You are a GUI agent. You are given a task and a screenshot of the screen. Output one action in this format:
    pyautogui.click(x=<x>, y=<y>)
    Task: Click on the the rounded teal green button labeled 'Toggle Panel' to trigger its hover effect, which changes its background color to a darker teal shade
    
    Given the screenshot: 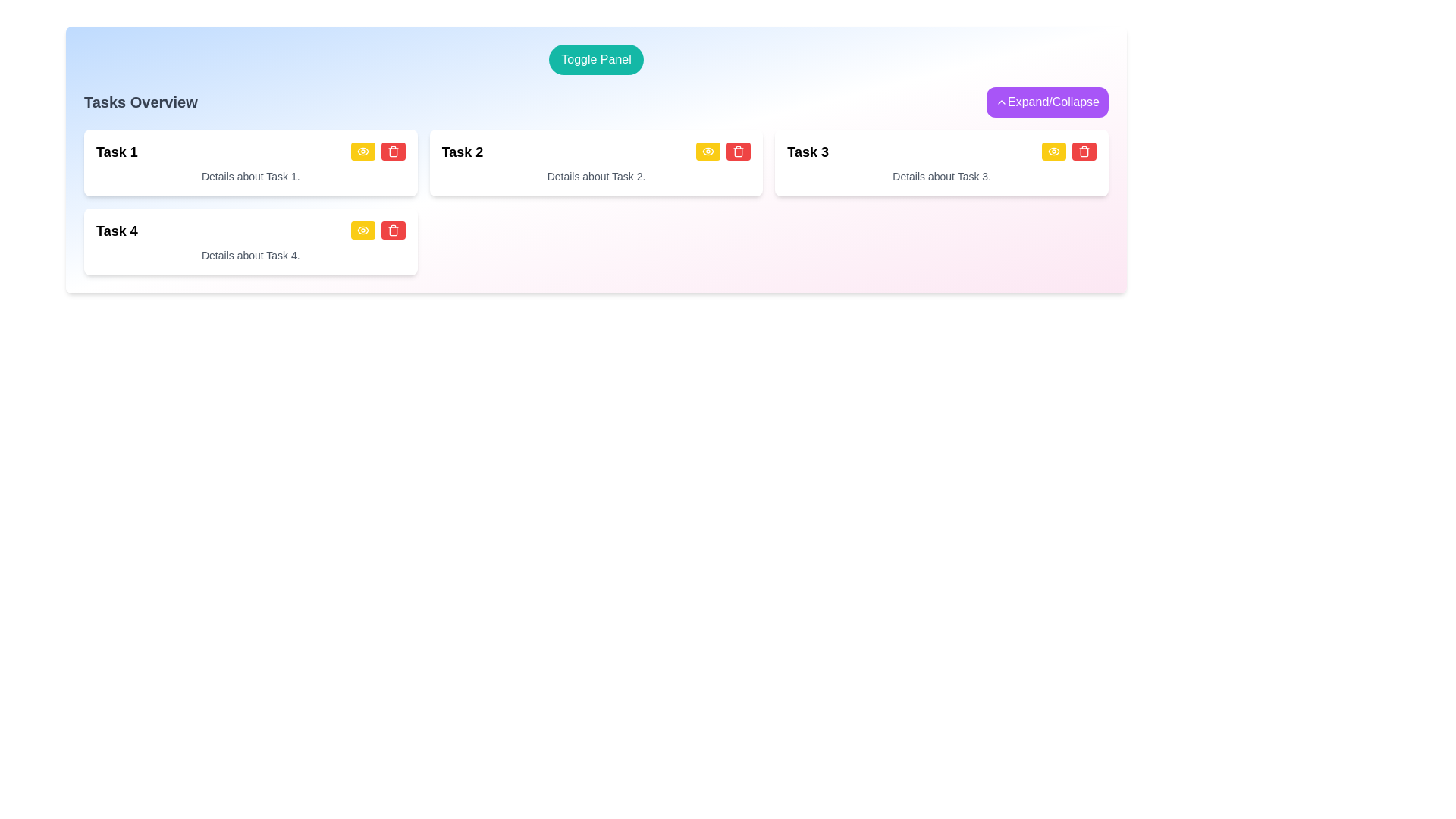 What is the action you would take?
    pyautogui.click(x=595, y=58)
    